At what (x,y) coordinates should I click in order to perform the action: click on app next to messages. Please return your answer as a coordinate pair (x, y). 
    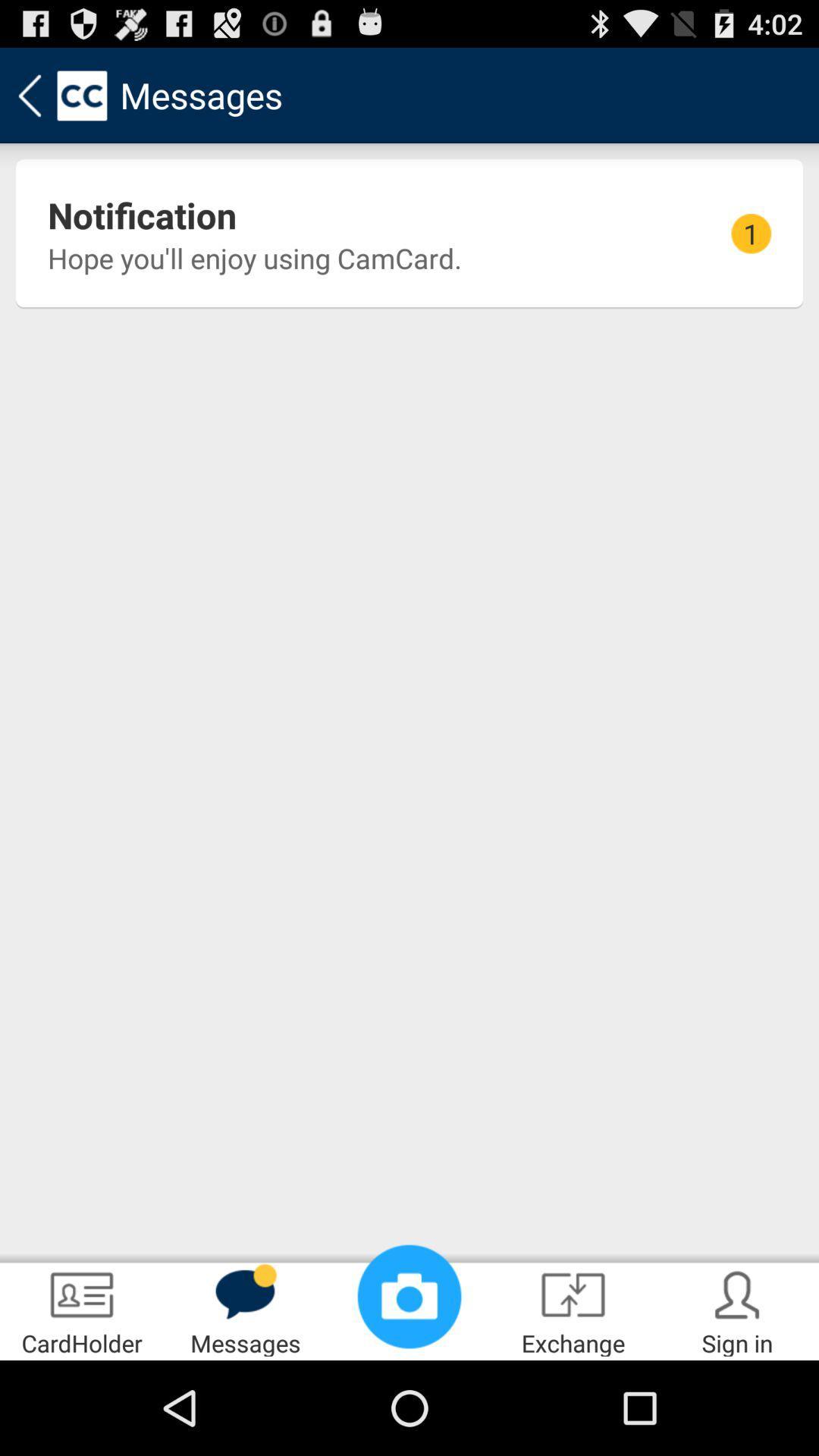
    Looking at the image, I should click on (82, 1309).